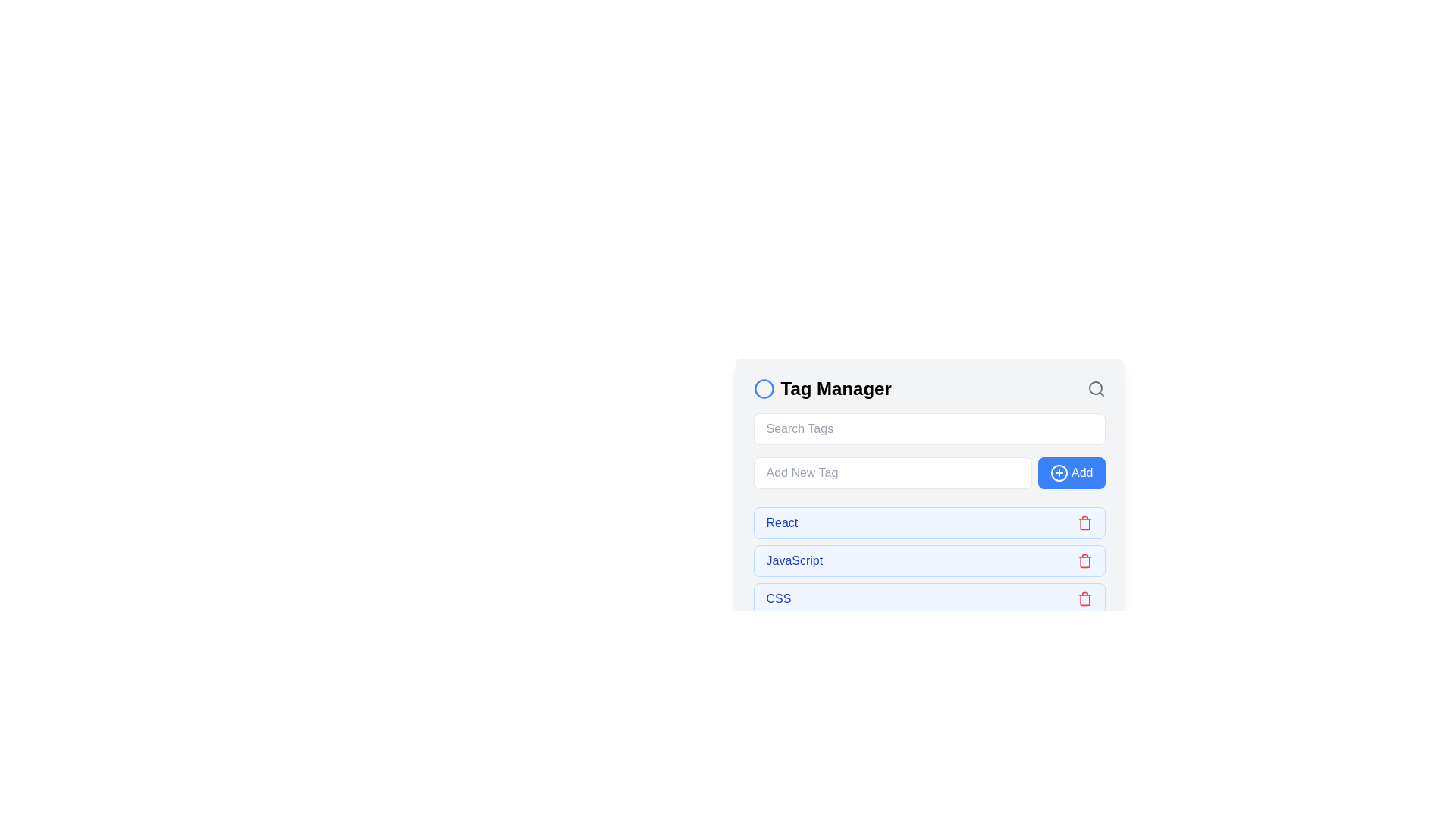  I want to click on the delete button located at the far right of the 'JavaScript' list item, so click(1084, 561).